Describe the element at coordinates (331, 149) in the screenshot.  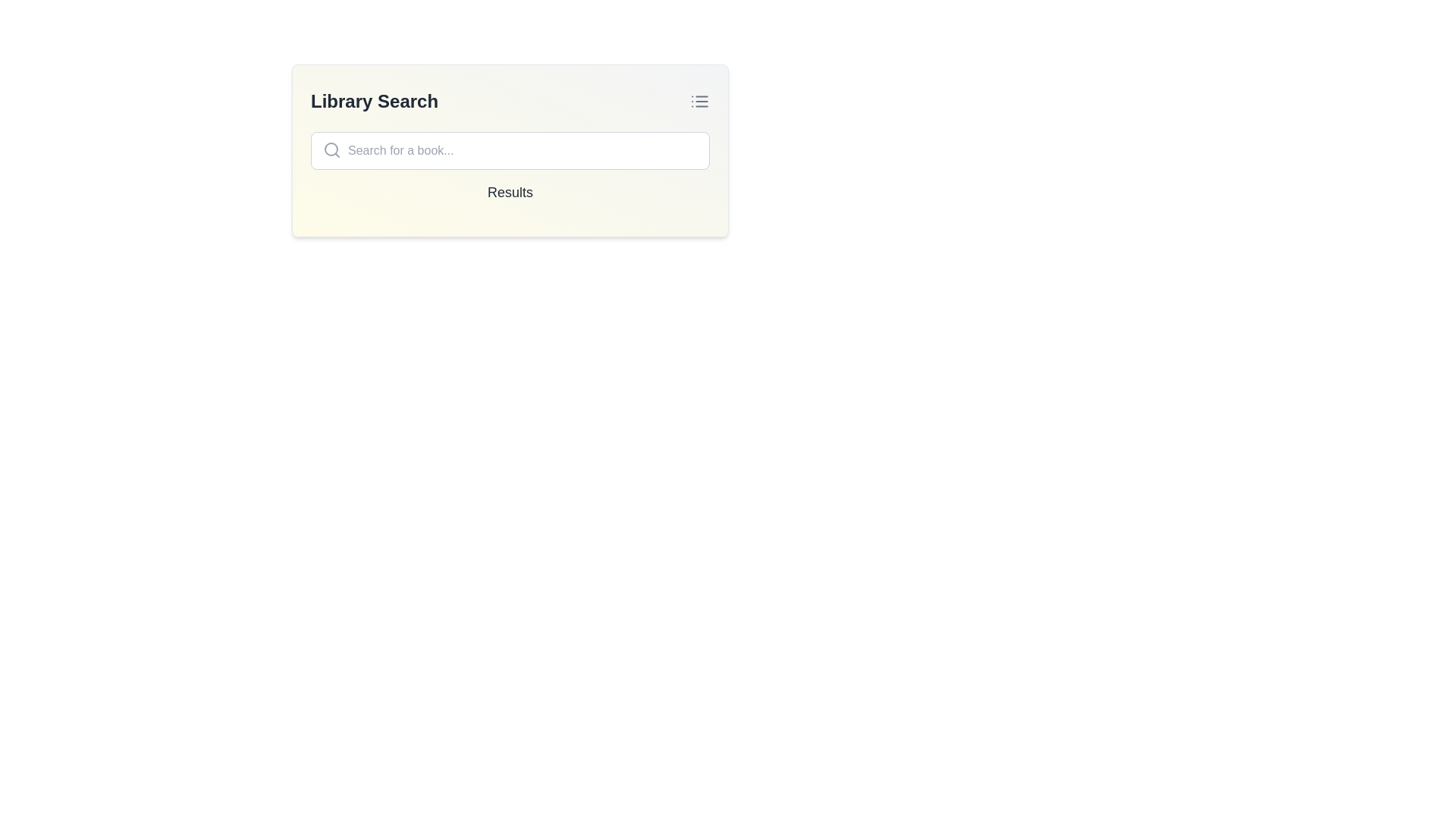
I see `the magnifying glass icon, which is light gray and located inside the left padding area of the search input field, next to the placeholder text 'Search for a book...'` at that location.